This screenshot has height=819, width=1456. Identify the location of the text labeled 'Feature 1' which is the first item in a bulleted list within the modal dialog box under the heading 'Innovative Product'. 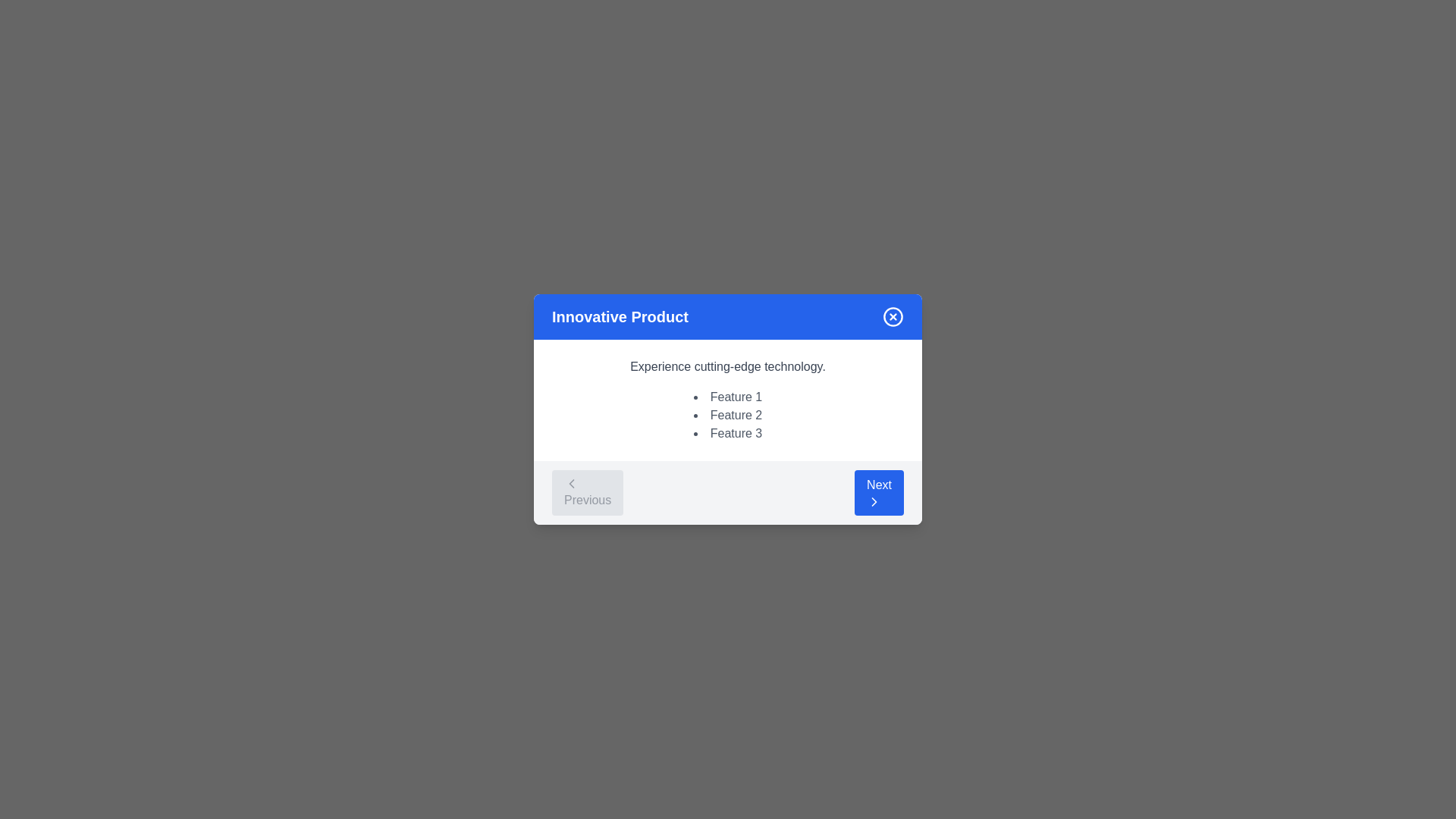
(728, 397).